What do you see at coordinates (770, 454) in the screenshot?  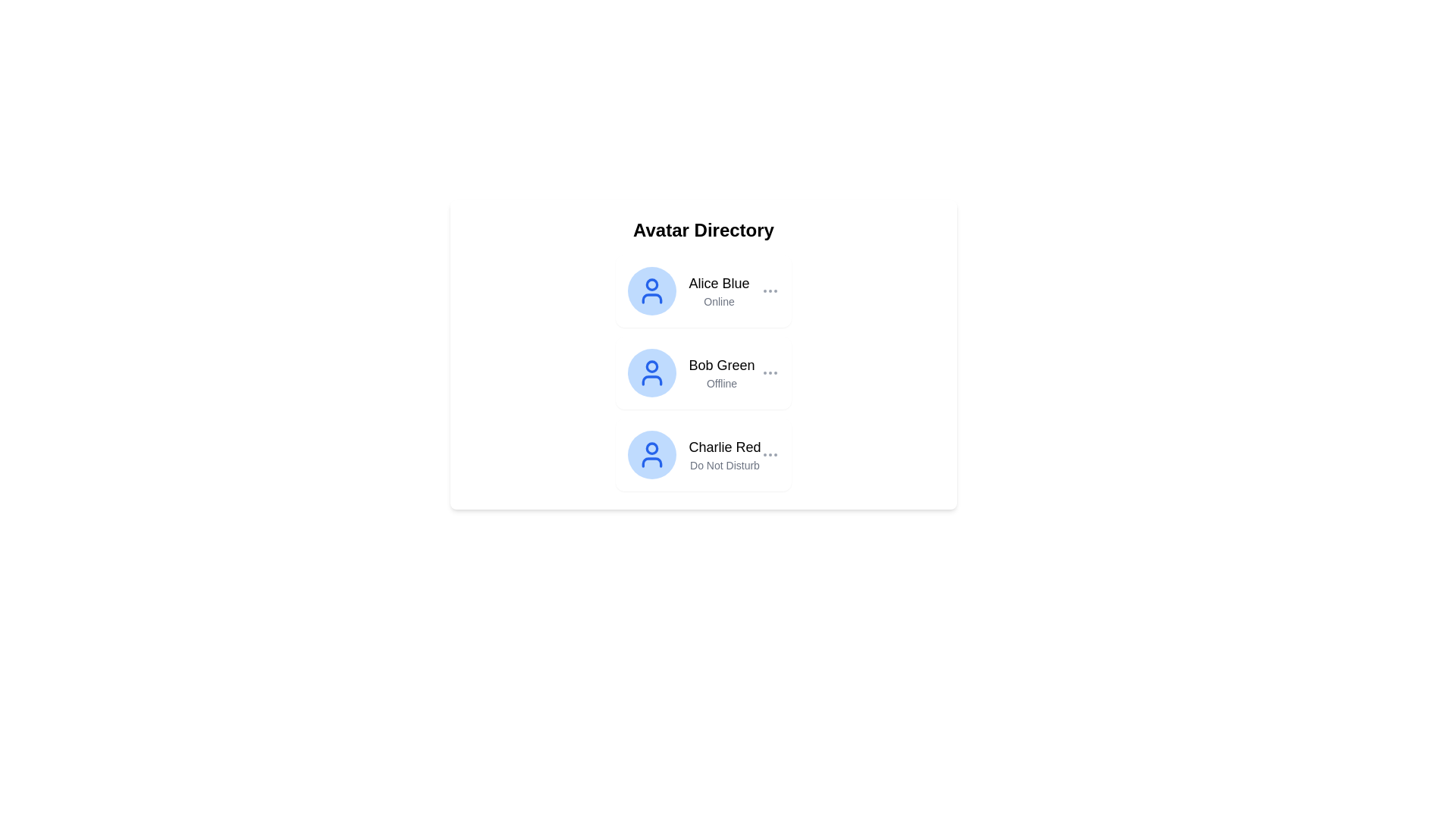 I see `the ellipsis button located in the rightmost section of the third entry named 'Charlie Red', which has a blue user avatar and the status 'Do Not Disturb'` at bounding box center [770, 454].